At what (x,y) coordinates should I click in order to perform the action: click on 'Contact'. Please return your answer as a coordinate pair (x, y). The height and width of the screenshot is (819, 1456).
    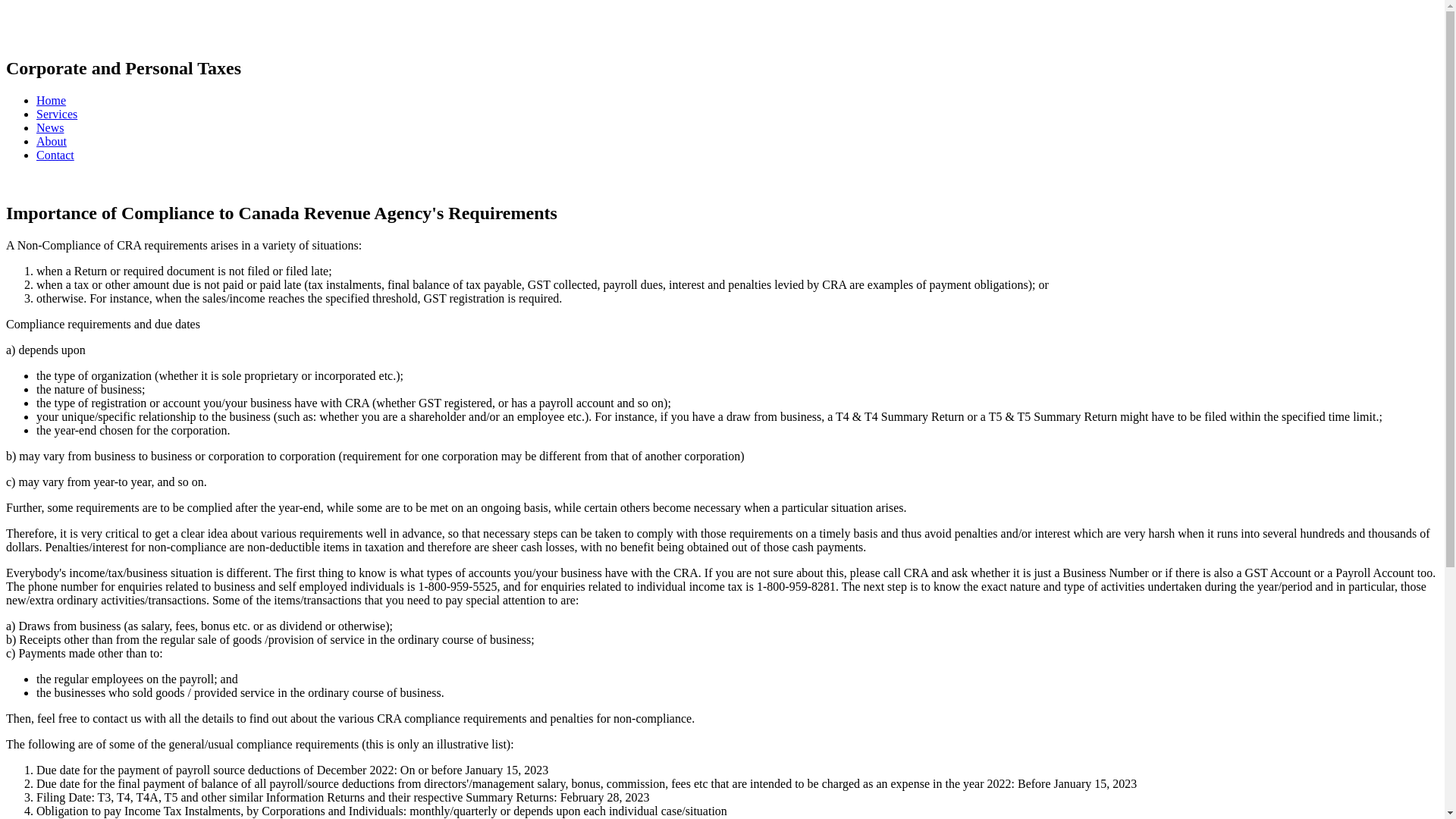
    Looking at the image, I should click on (55, 155).